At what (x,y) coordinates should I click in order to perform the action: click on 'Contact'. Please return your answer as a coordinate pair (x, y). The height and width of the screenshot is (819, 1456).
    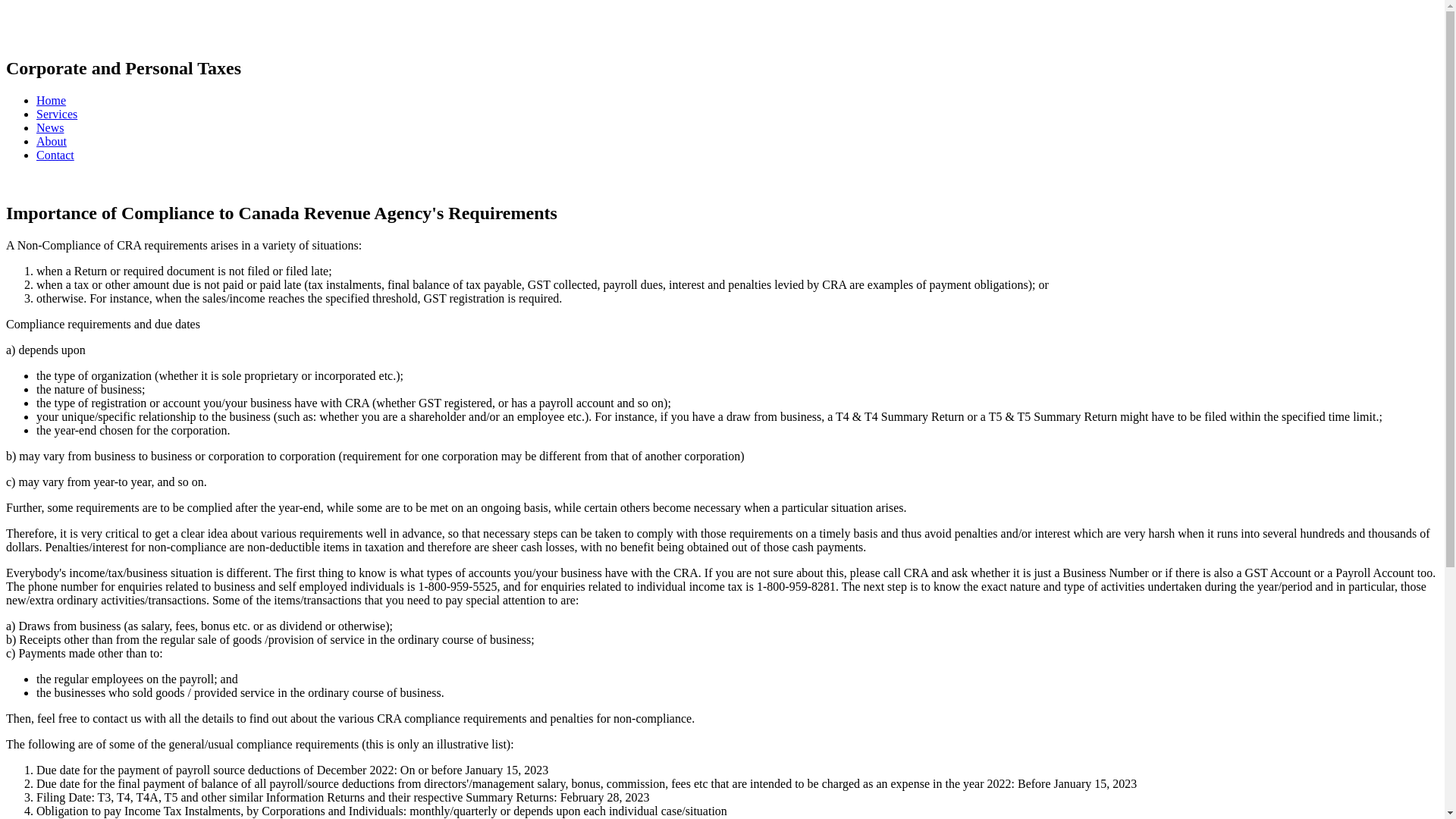
    Looking at the image, I should click on (55, 155).